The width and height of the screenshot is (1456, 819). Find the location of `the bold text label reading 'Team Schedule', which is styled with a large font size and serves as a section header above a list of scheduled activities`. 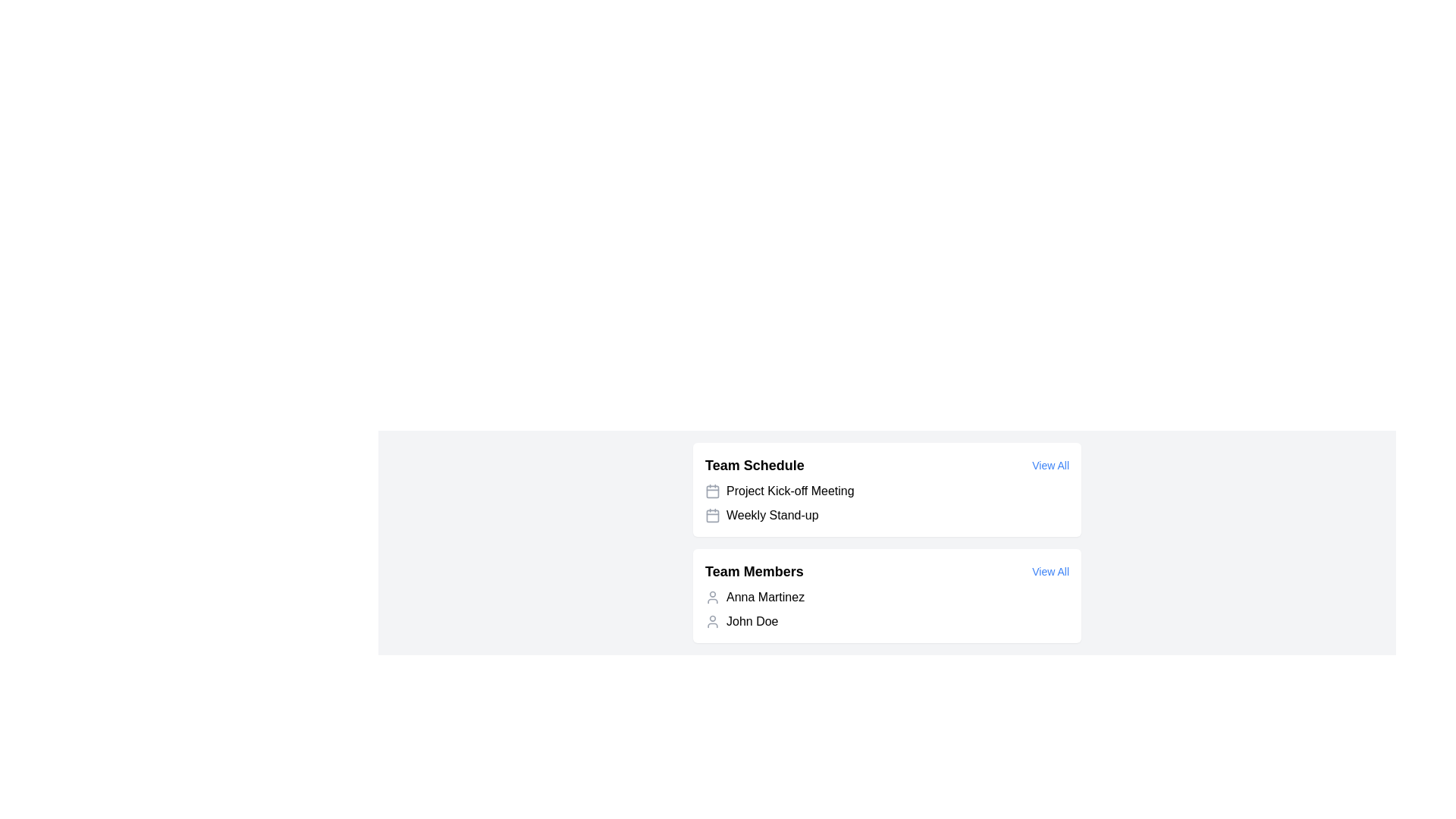

the bold text label reading 'Team Schedule', which is styled with a large font size and serves as a section header above a list of scheduled activities is located at coordinates (755, 464).